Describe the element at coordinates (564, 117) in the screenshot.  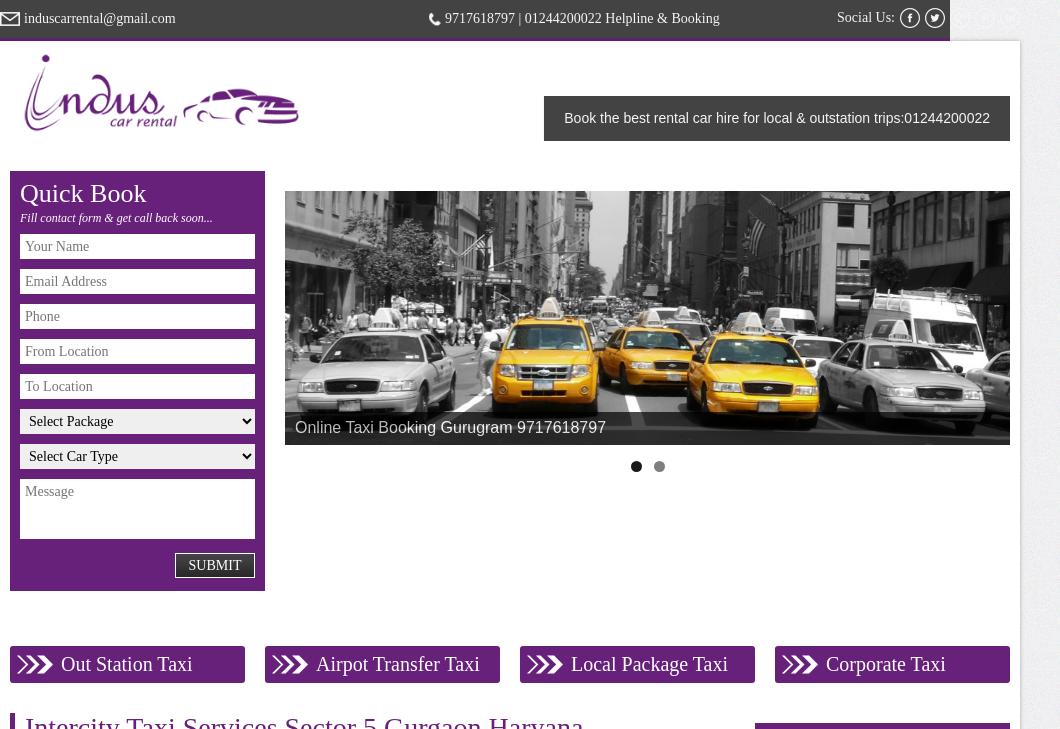
I see `'Book the best rental car hire for local & outstation trips:01244200022'` at that location.